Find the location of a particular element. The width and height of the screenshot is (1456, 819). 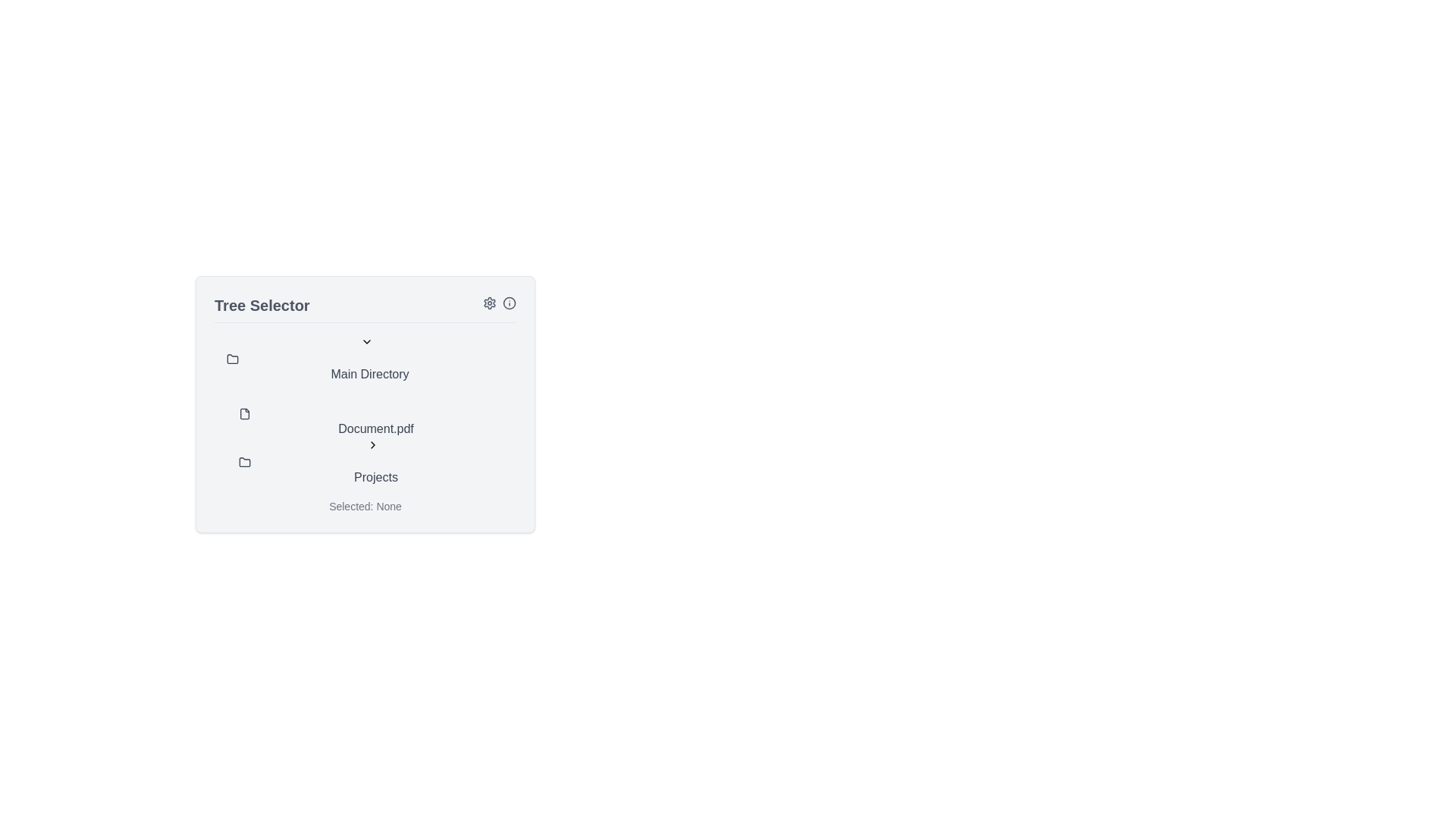

the folder icon, which is a gray outline with sharp corners, located to the left of the 'Projects' text is located at coordinates (232, 359).